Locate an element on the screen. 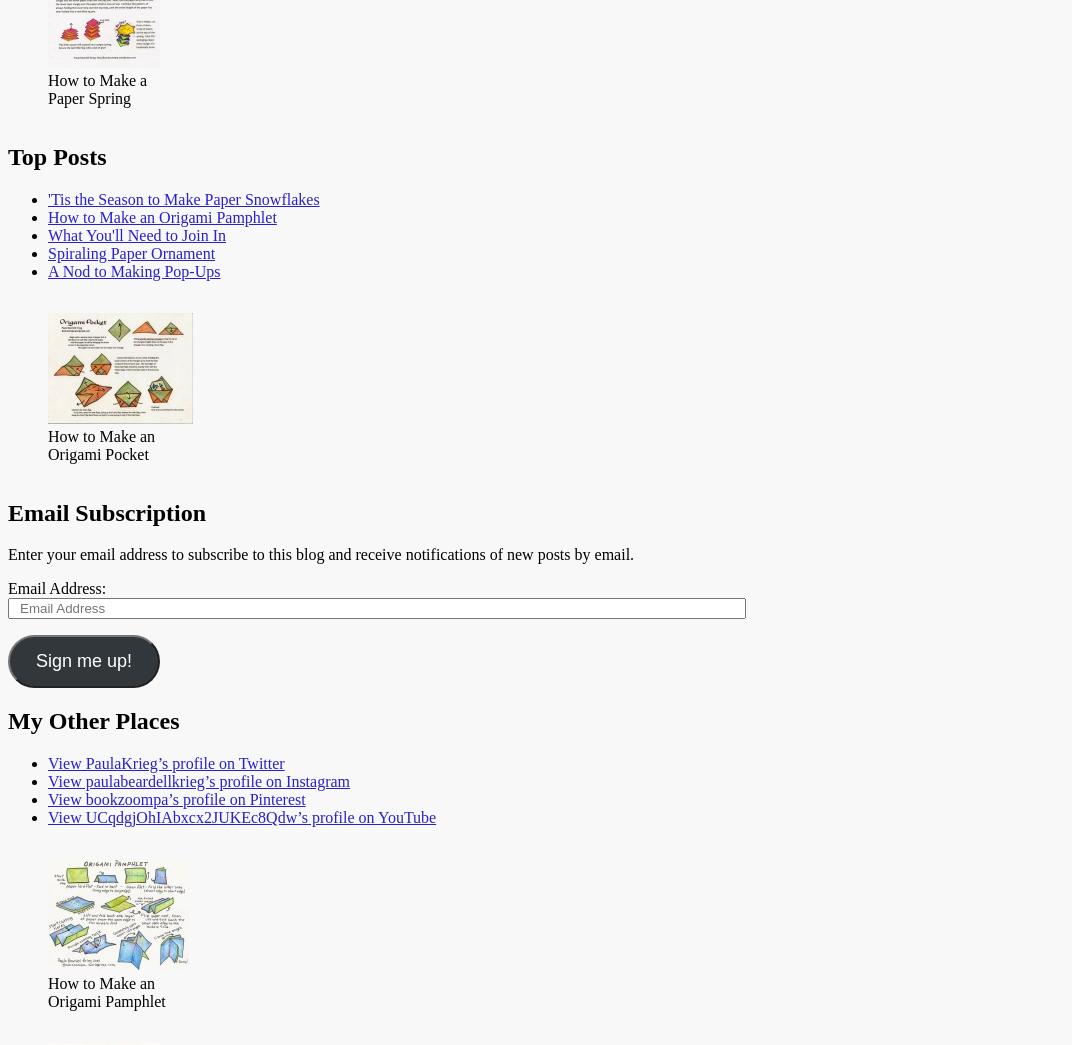 This screenshot has height=1045, width=1072. 'View PaulaKrieg’s profile on Twitter' is located at coordinates (165, 763).